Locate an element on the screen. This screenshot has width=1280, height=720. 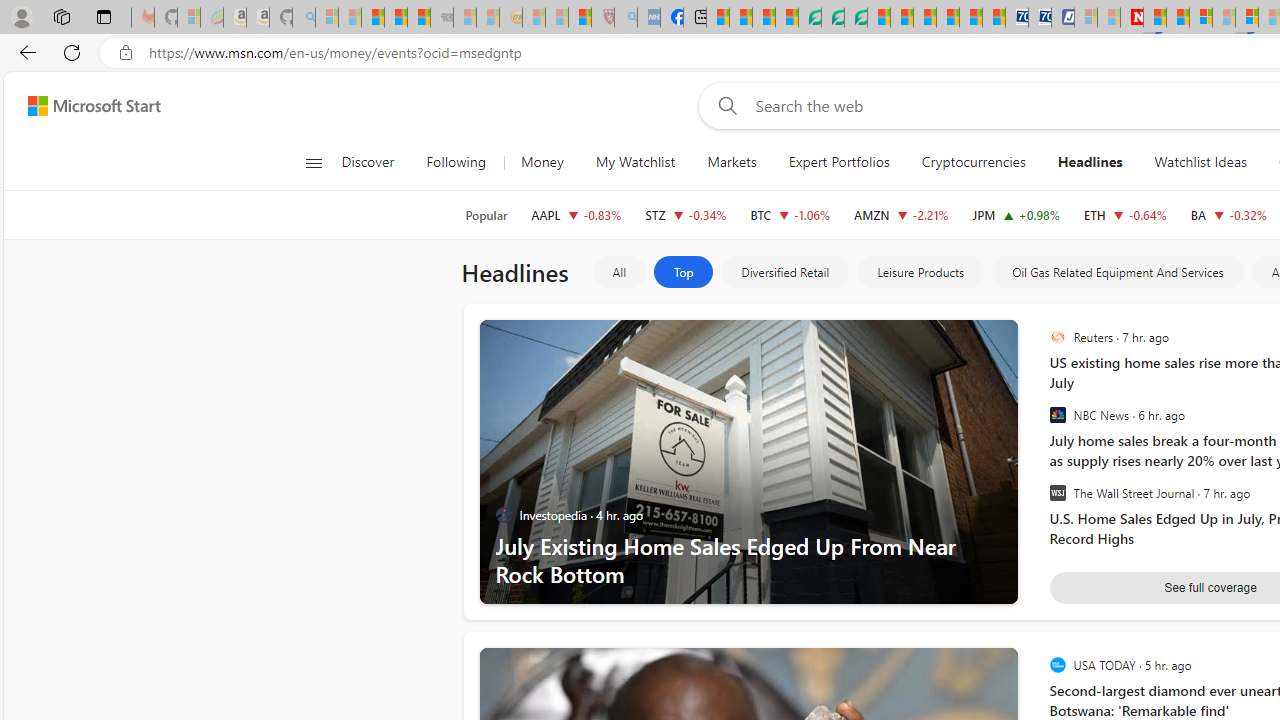
'Headlines' is located at coordinates (1088, 162).